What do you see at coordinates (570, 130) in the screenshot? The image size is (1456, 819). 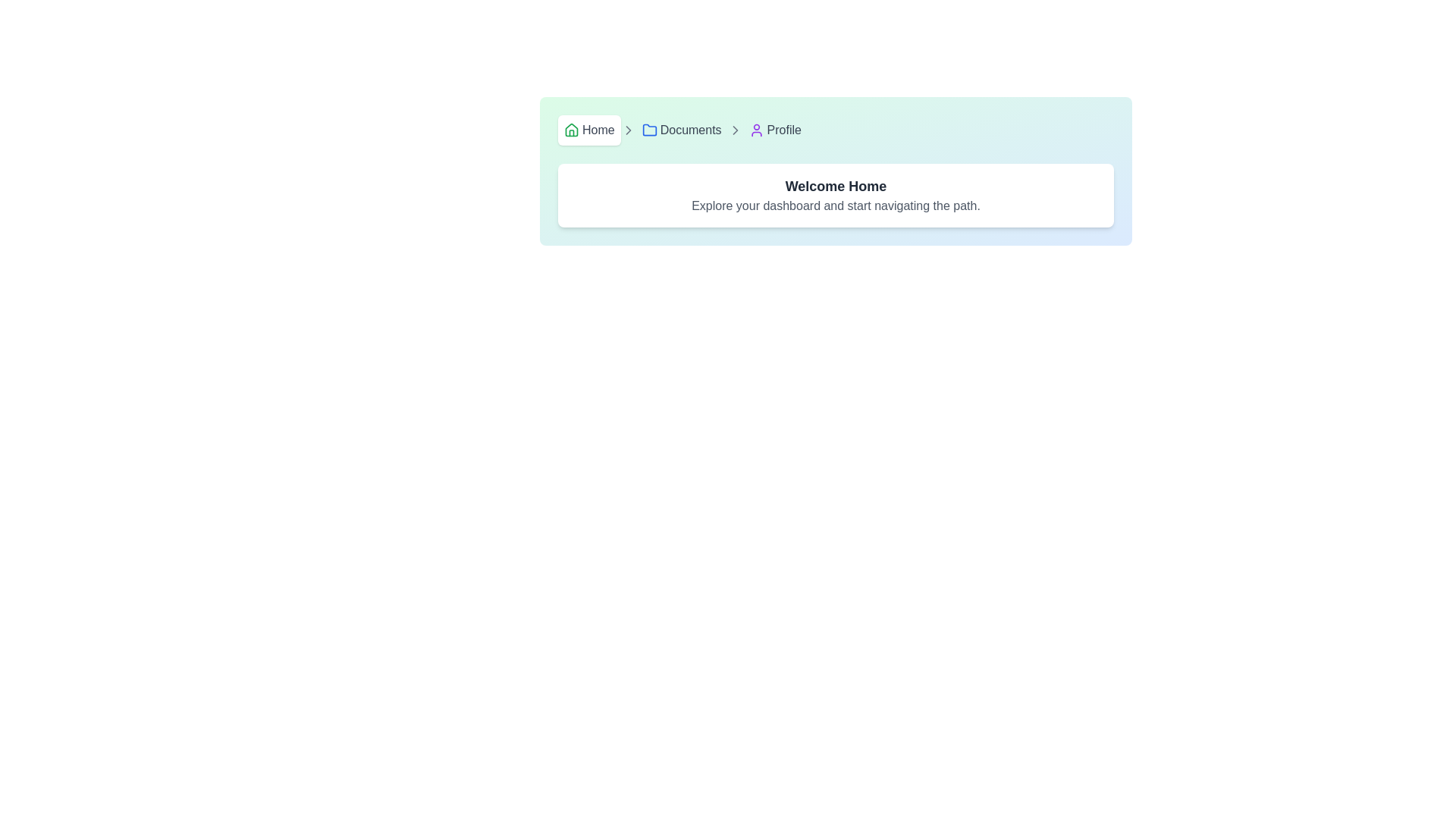 I see `the green house-shaped icon on the leftmost side of the navigation bar` at bounding box center [570, 130].